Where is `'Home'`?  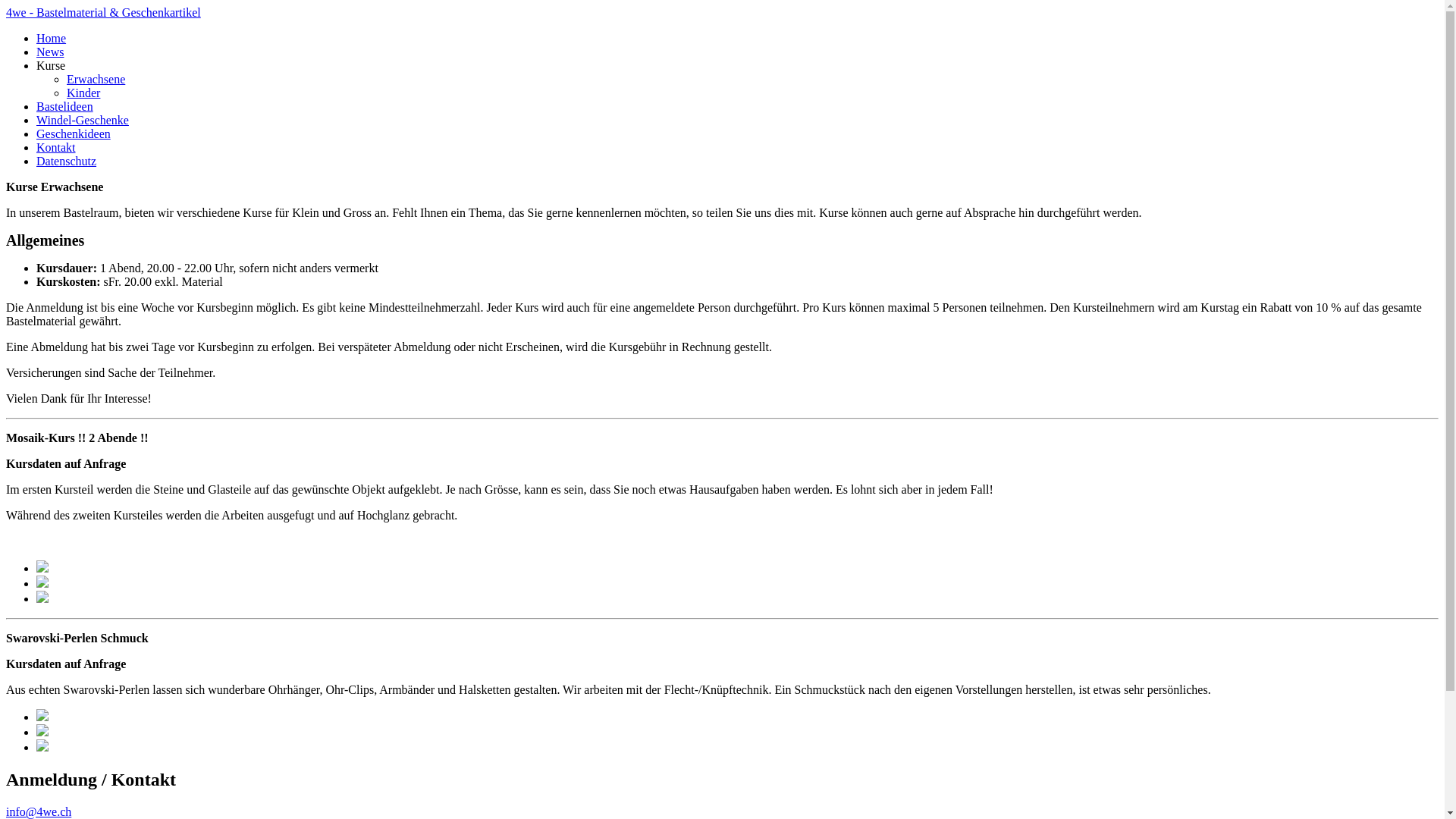 'Home' is located at coordinates (51, 37).